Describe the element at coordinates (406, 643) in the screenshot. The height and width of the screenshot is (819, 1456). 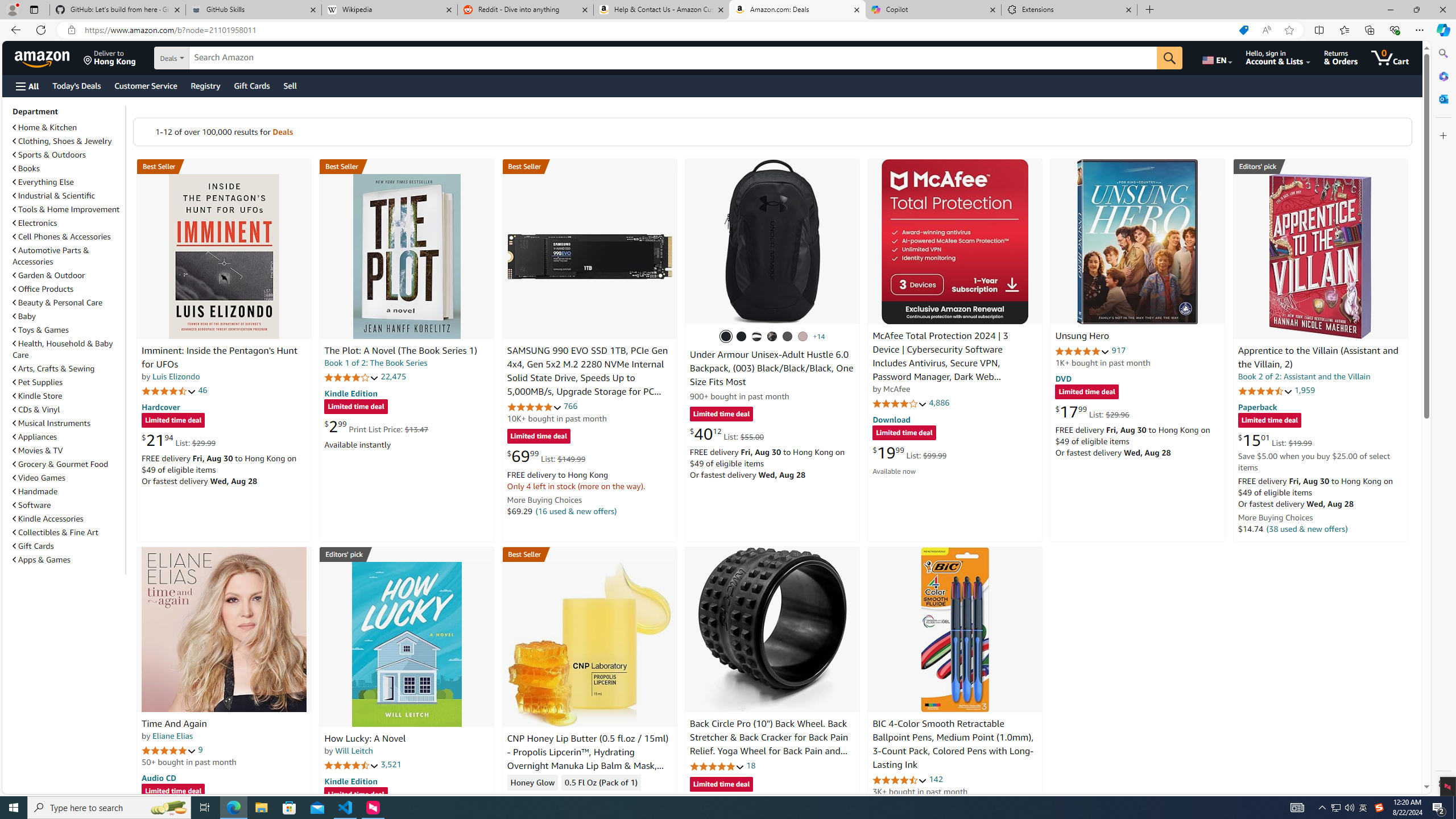
I see `'How Lucky: A Novel'` at that location.